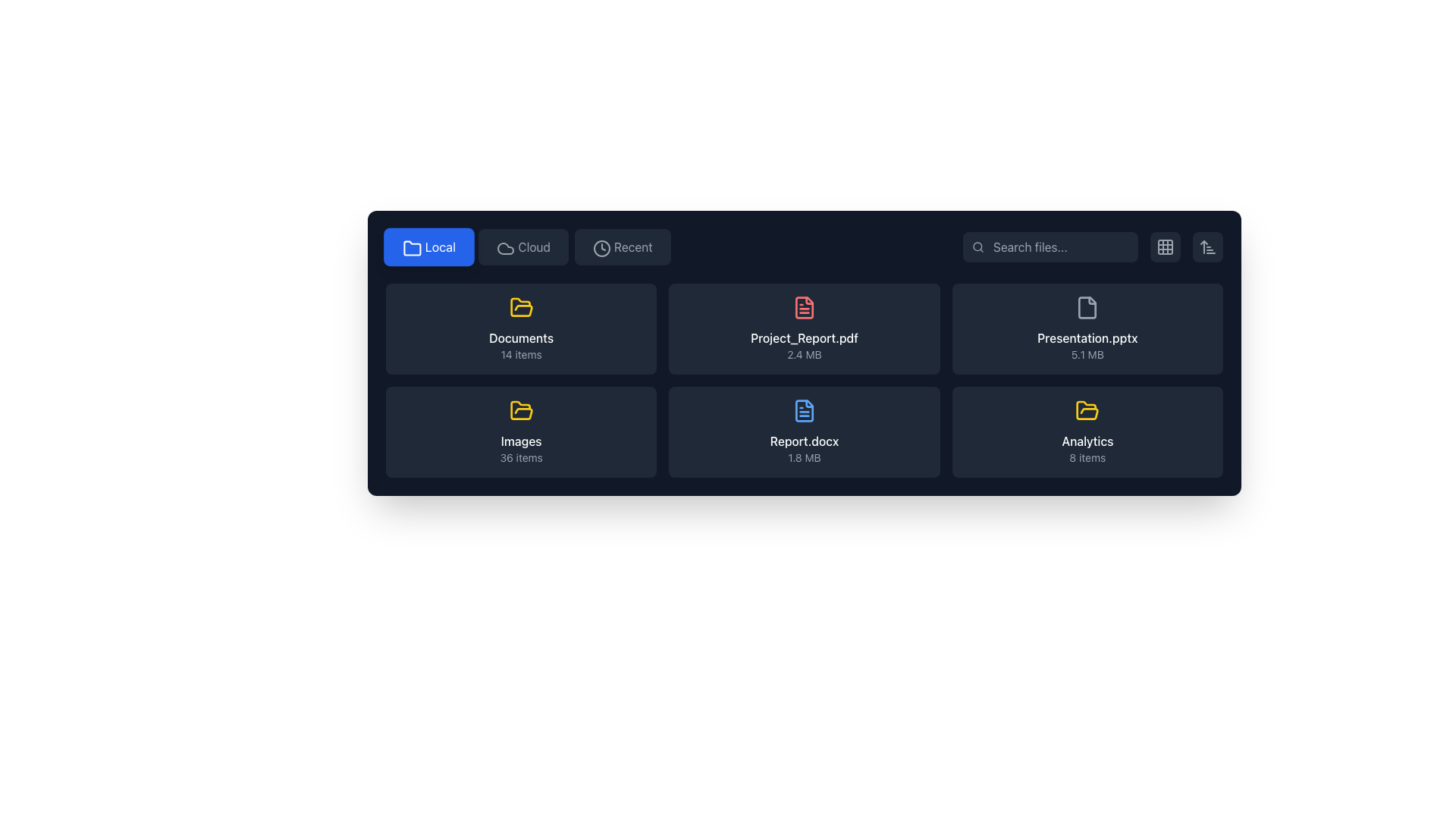 The image size is (1456, 819). I want to click on the label displaying the file size of 'Report.docx', located beneath the document title in a card layout, so click(803, 457).